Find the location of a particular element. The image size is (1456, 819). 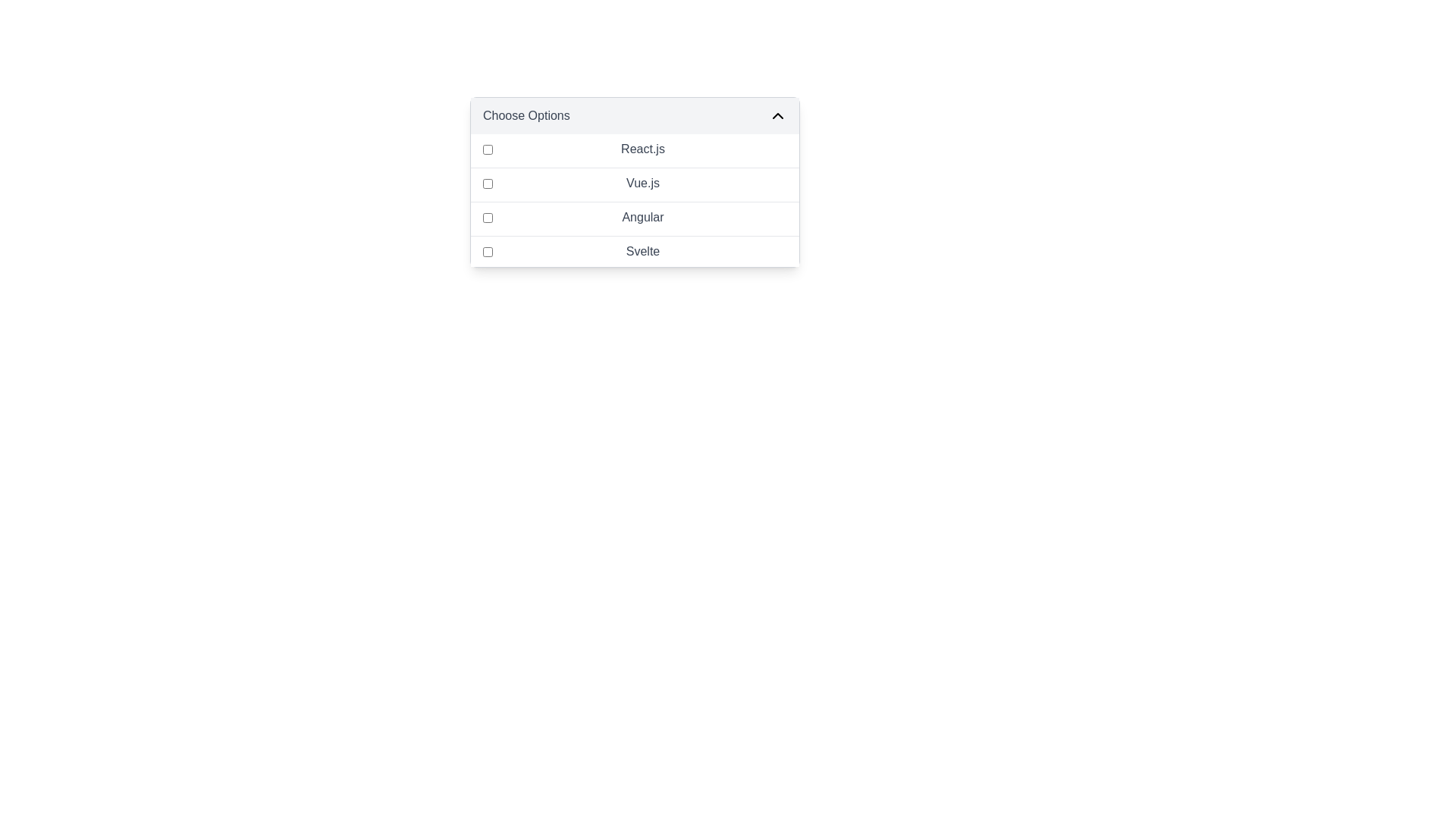

the checkbox for the 'Angular' list item is located at coordinates (635, 217).